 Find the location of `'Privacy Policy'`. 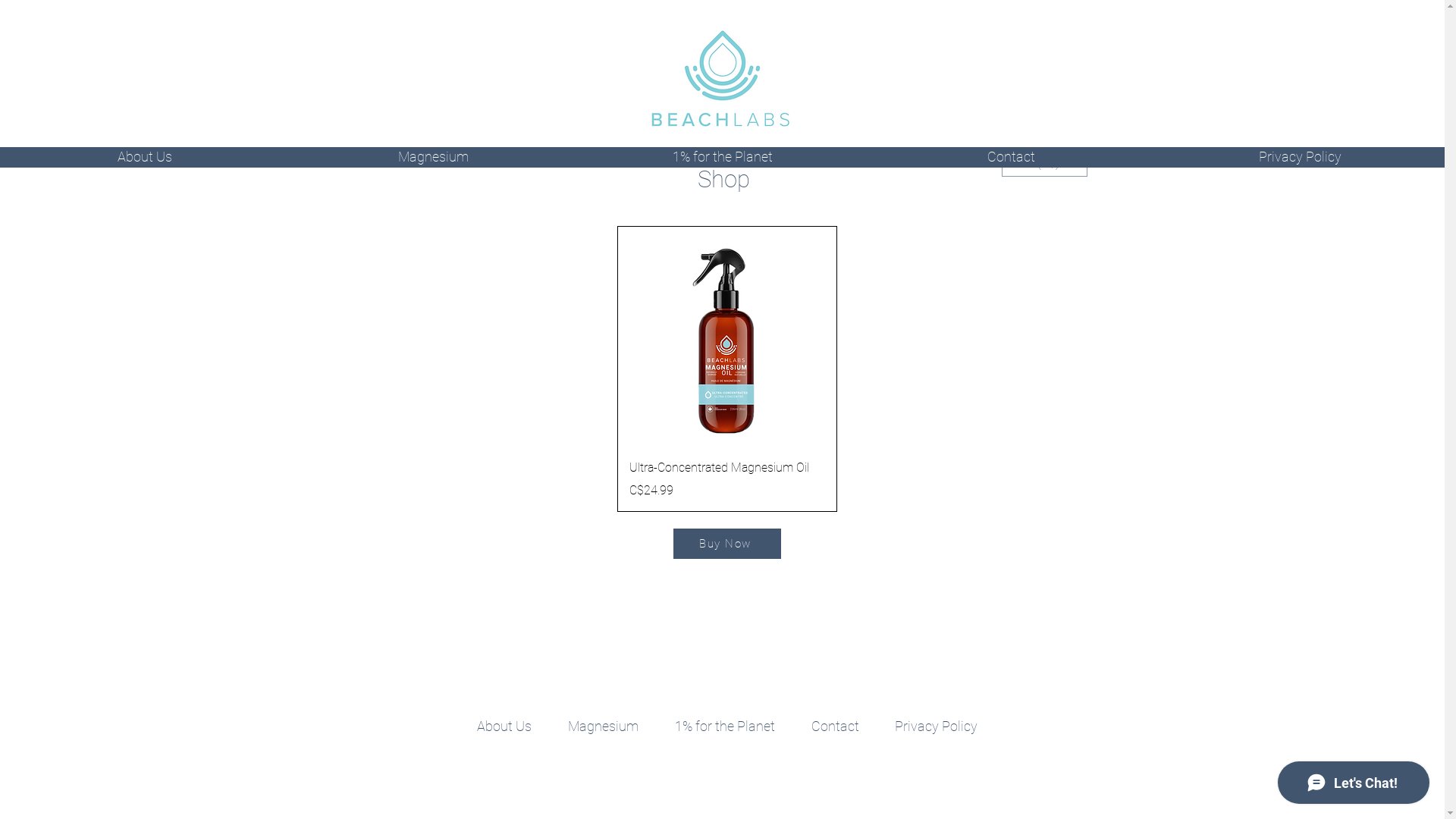

'Privacy Policy' is located at coordinates (934, 725).